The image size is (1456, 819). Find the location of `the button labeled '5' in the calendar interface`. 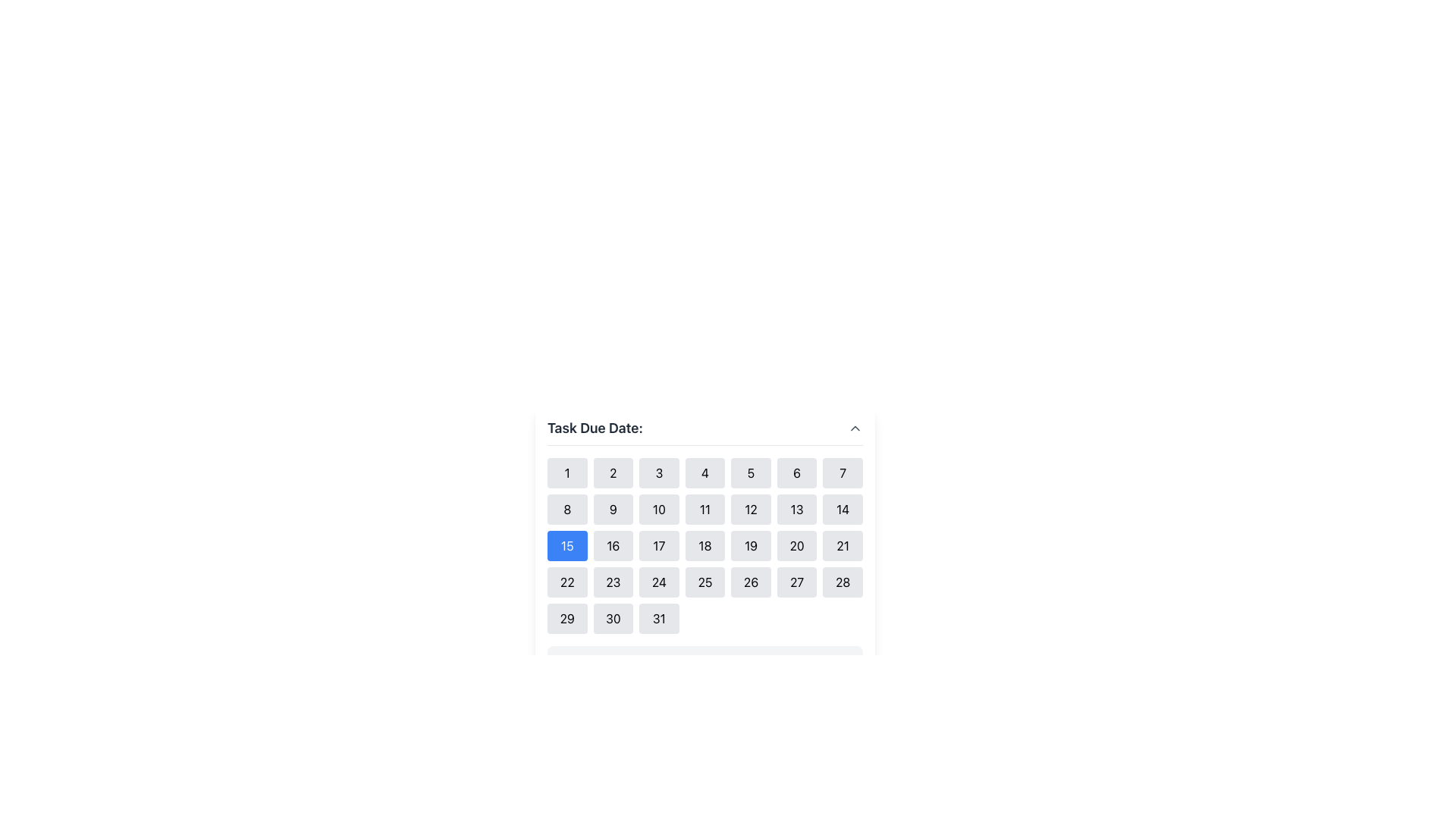

the button labeled '5' in the calendar interface is located at coordinates (751, 472).